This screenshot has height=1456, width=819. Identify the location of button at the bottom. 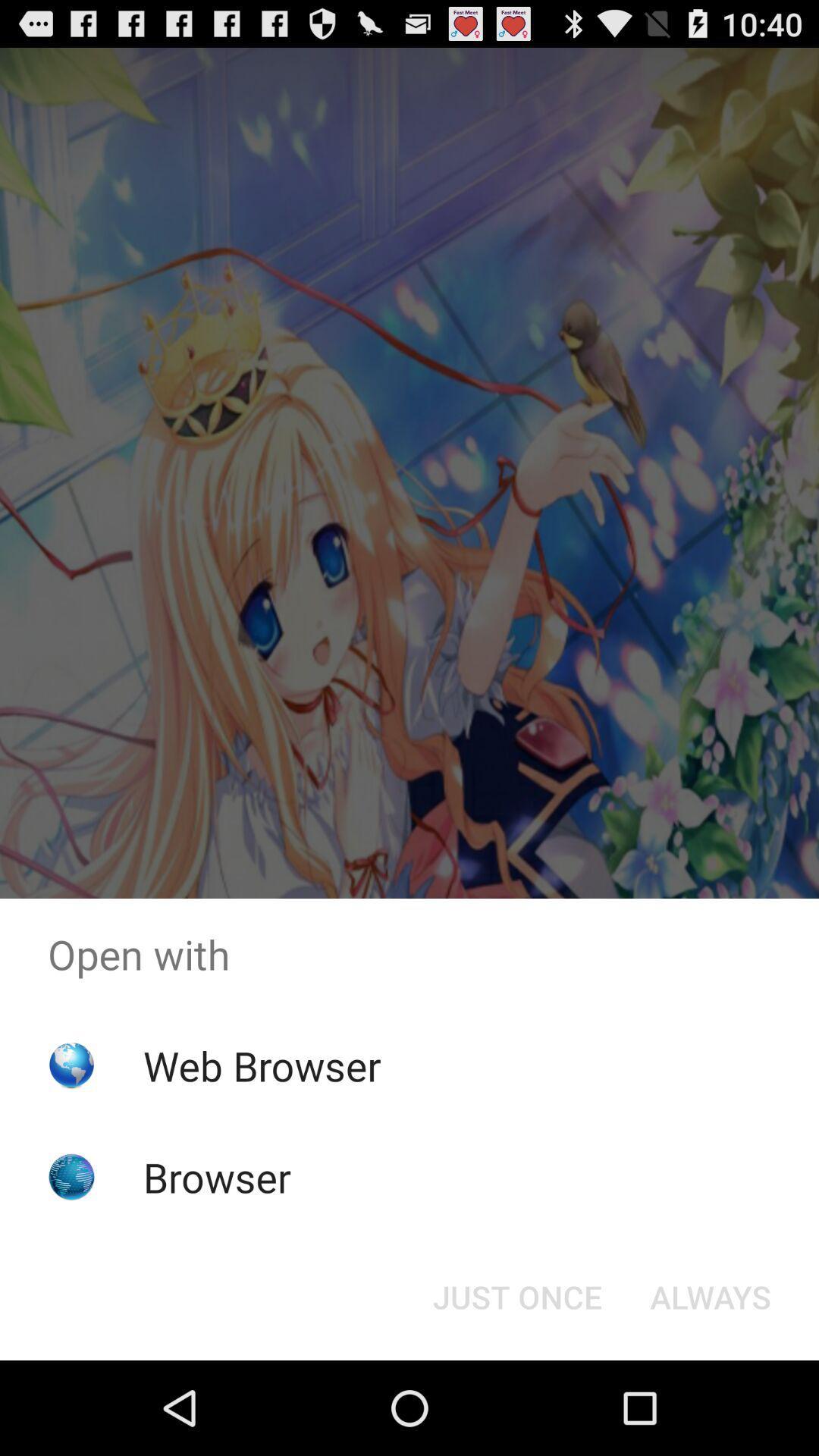
(516, 1295).